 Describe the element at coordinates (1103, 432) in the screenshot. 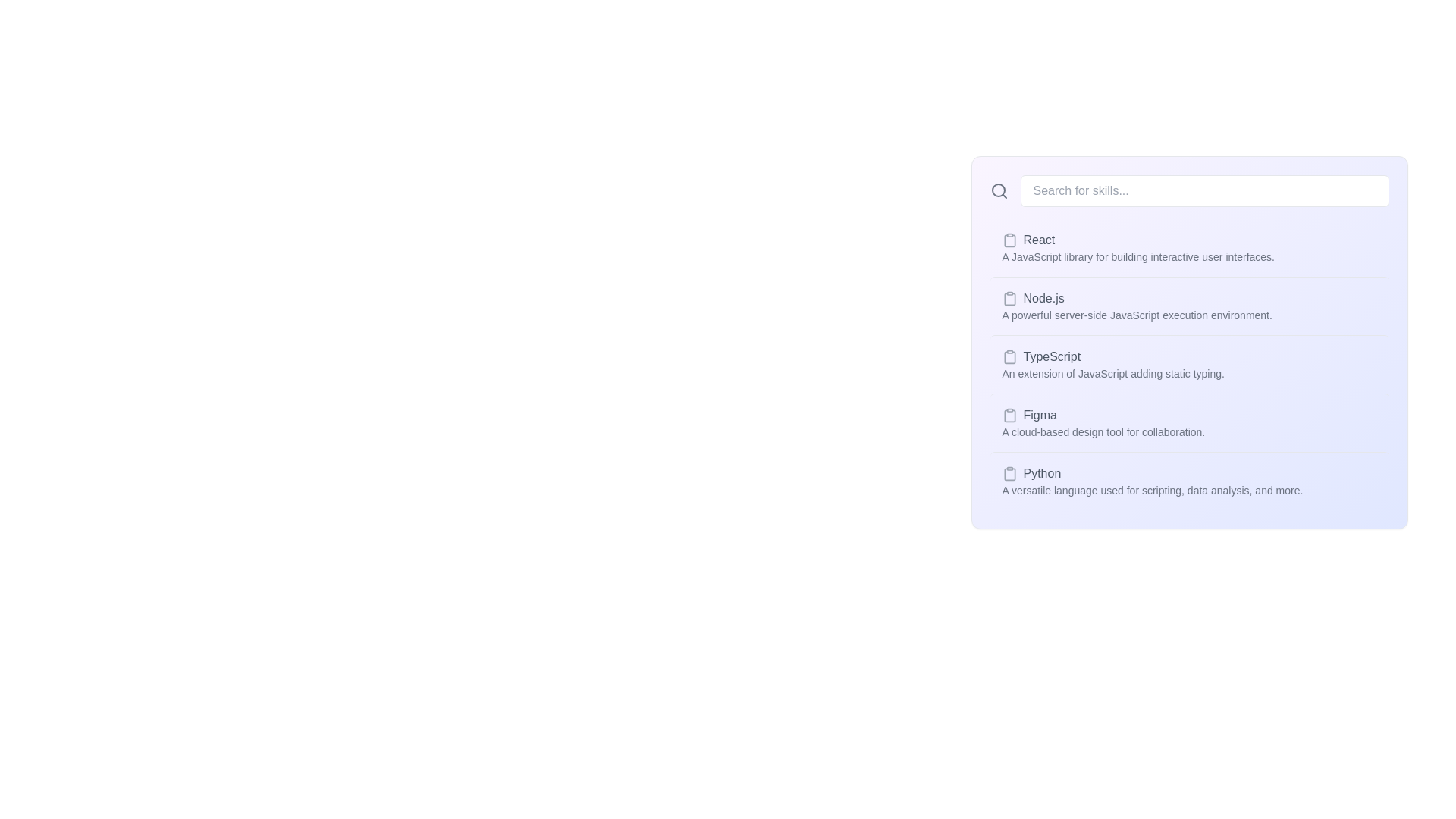

I see `descriptive text 'A cloud-based design tool for collaboration.' located beneath the 'Figma' label in the fourth item of the list` at that location.